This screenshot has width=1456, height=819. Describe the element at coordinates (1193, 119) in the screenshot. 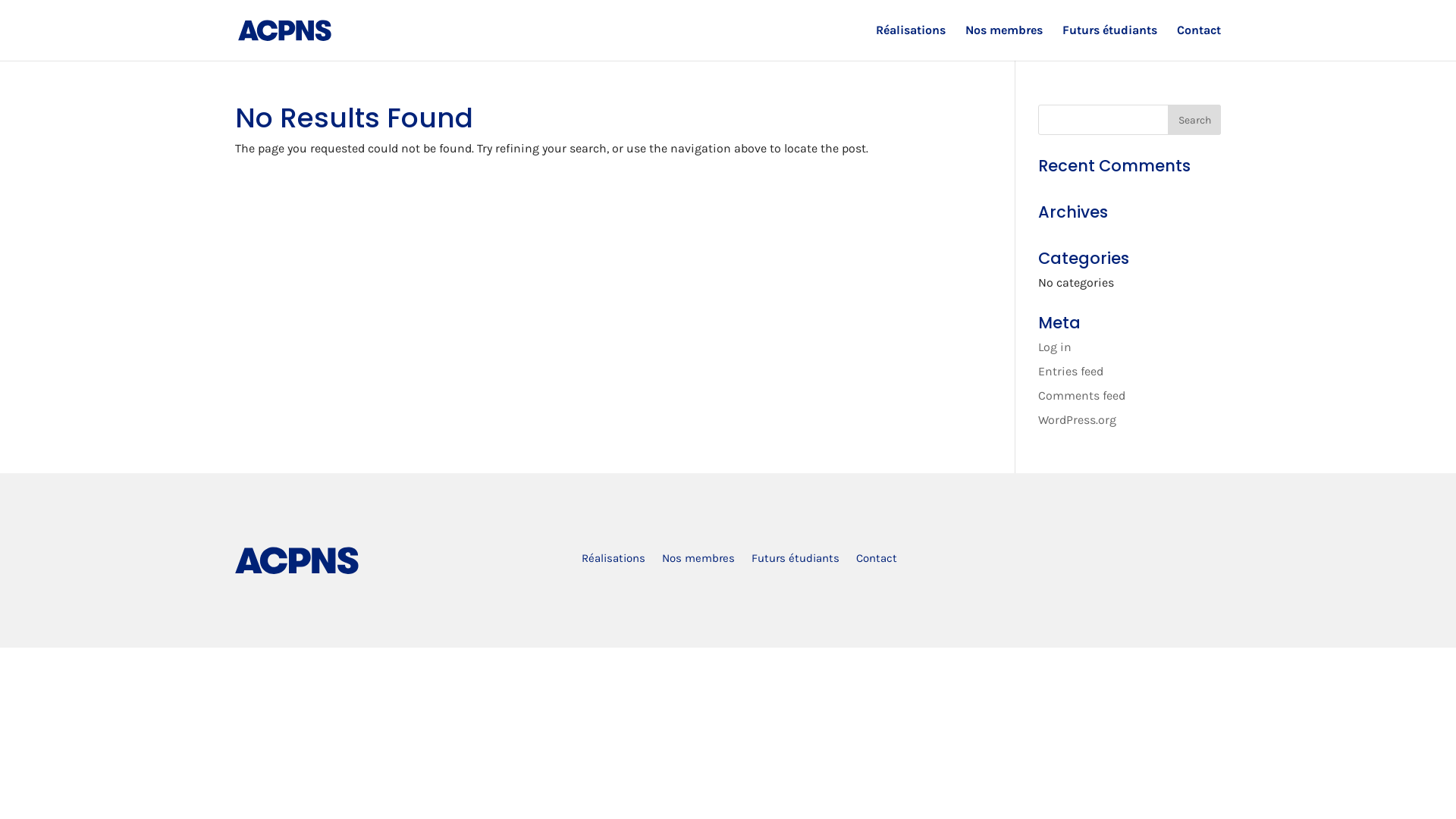

I see `'Search'` at that location.